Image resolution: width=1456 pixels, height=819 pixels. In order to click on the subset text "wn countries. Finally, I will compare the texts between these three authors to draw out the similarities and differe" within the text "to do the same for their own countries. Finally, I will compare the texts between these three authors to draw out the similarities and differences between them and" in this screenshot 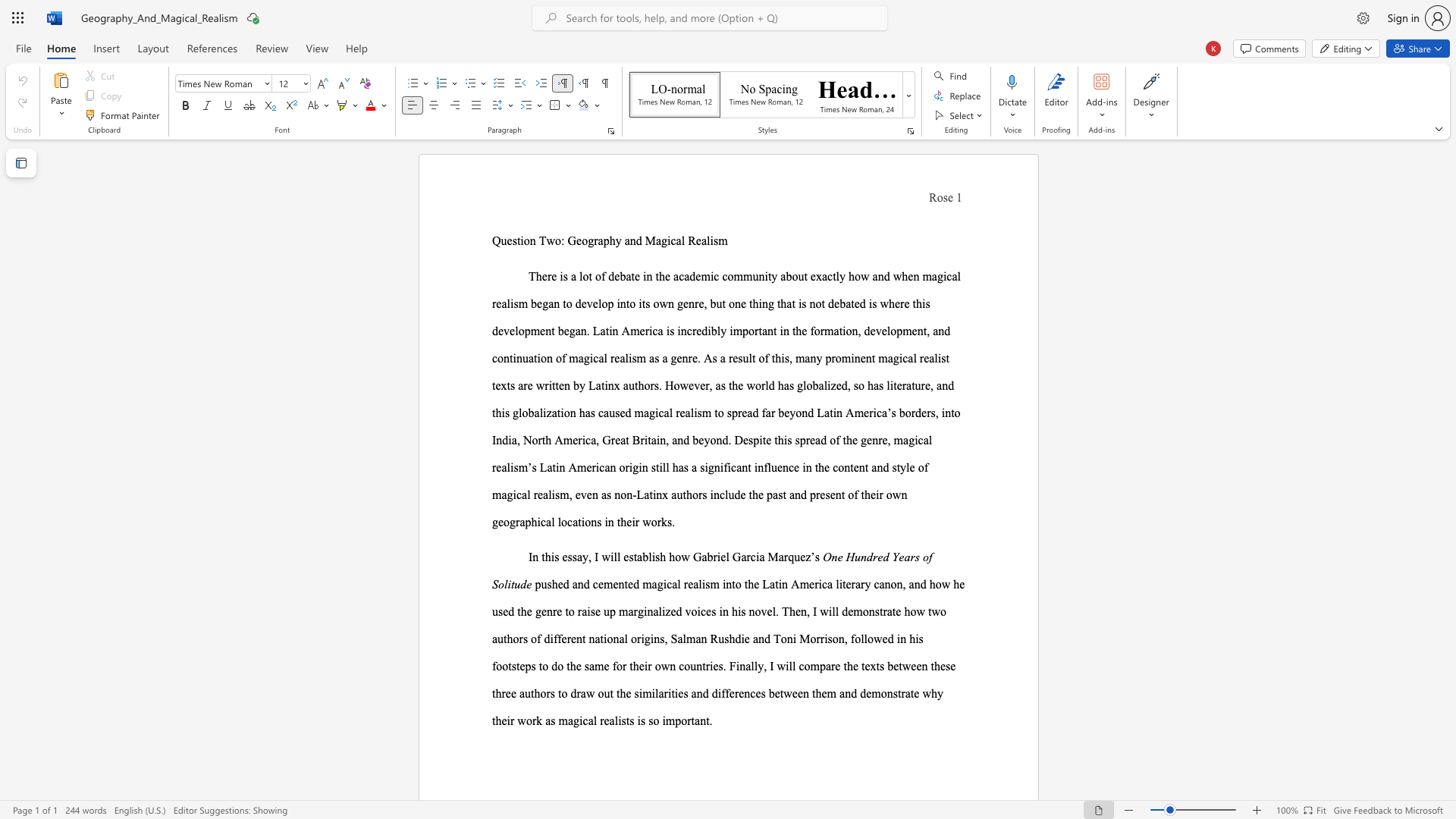, I will do `click(661, 665)`.